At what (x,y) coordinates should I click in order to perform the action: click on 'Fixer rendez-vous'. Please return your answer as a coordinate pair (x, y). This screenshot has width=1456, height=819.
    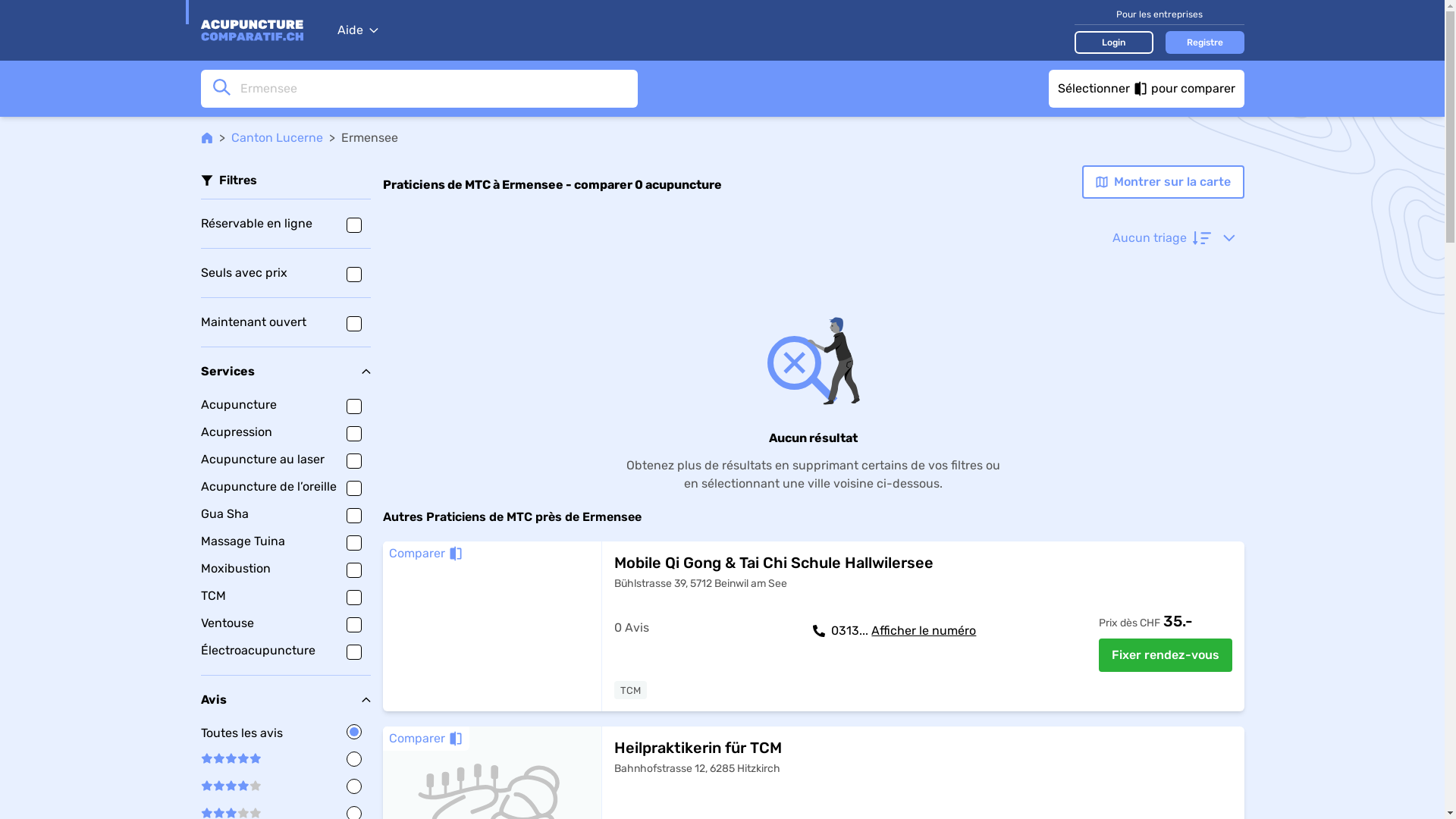
    Looking at the image, I should click on (1098, 654).